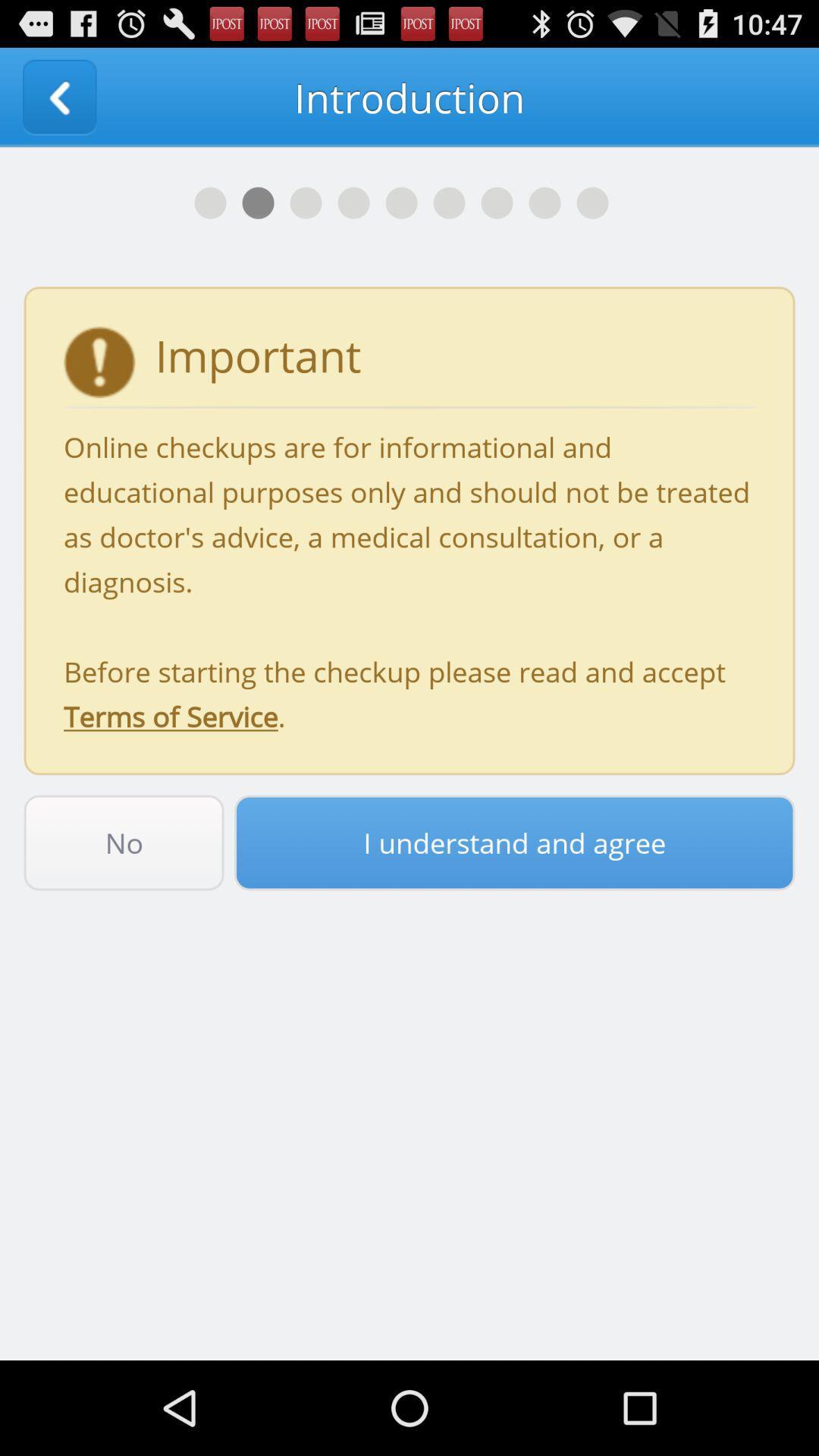  Describe the element at coordinates (58, 96) in the screenshot. I see `app to the left of the introduction` at that location.